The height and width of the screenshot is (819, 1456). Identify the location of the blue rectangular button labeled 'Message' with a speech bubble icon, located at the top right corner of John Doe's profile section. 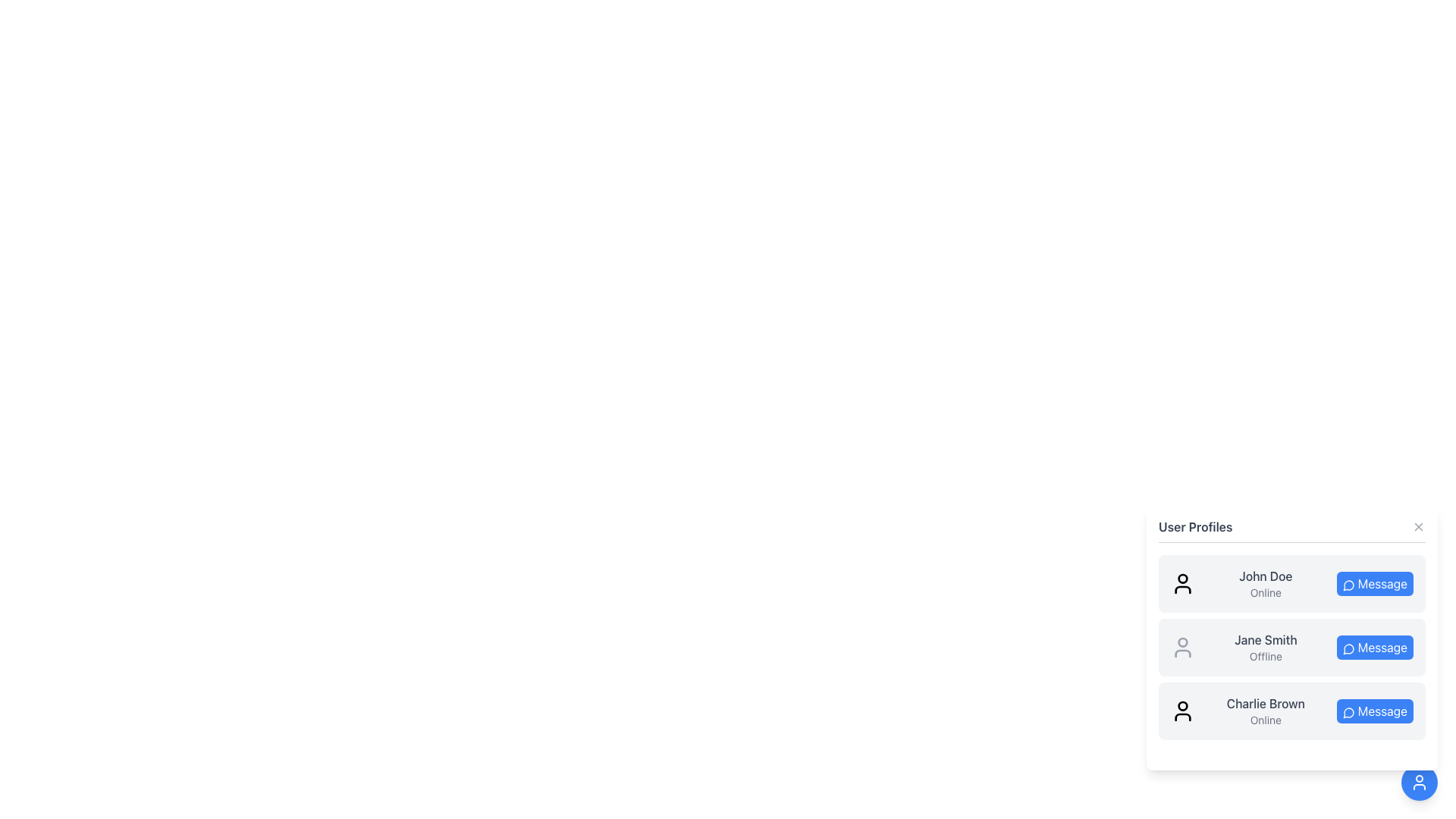
(1375, 583).